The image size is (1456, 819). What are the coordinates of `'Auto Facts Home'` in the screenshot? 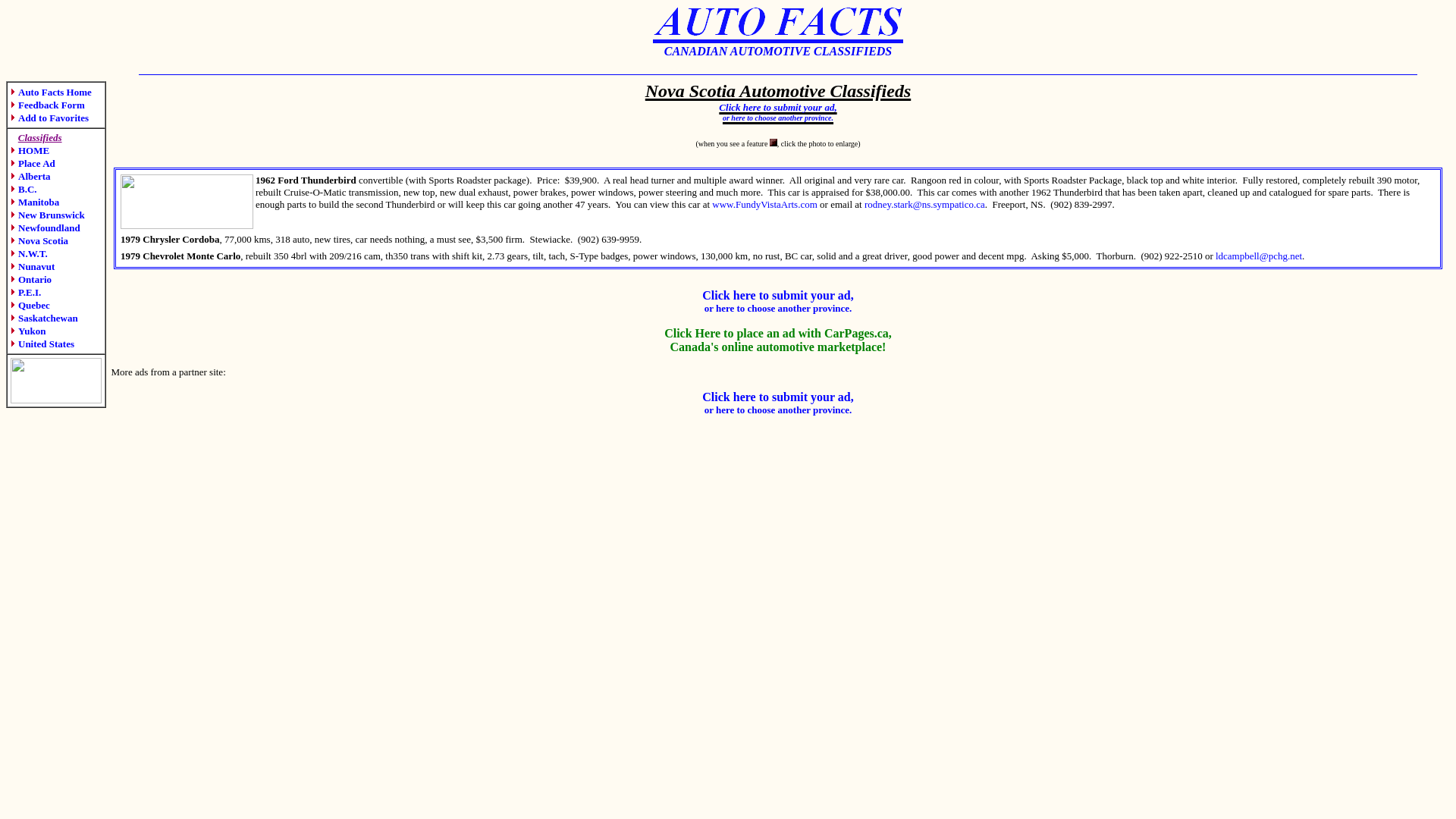 It's located at (51, 92).